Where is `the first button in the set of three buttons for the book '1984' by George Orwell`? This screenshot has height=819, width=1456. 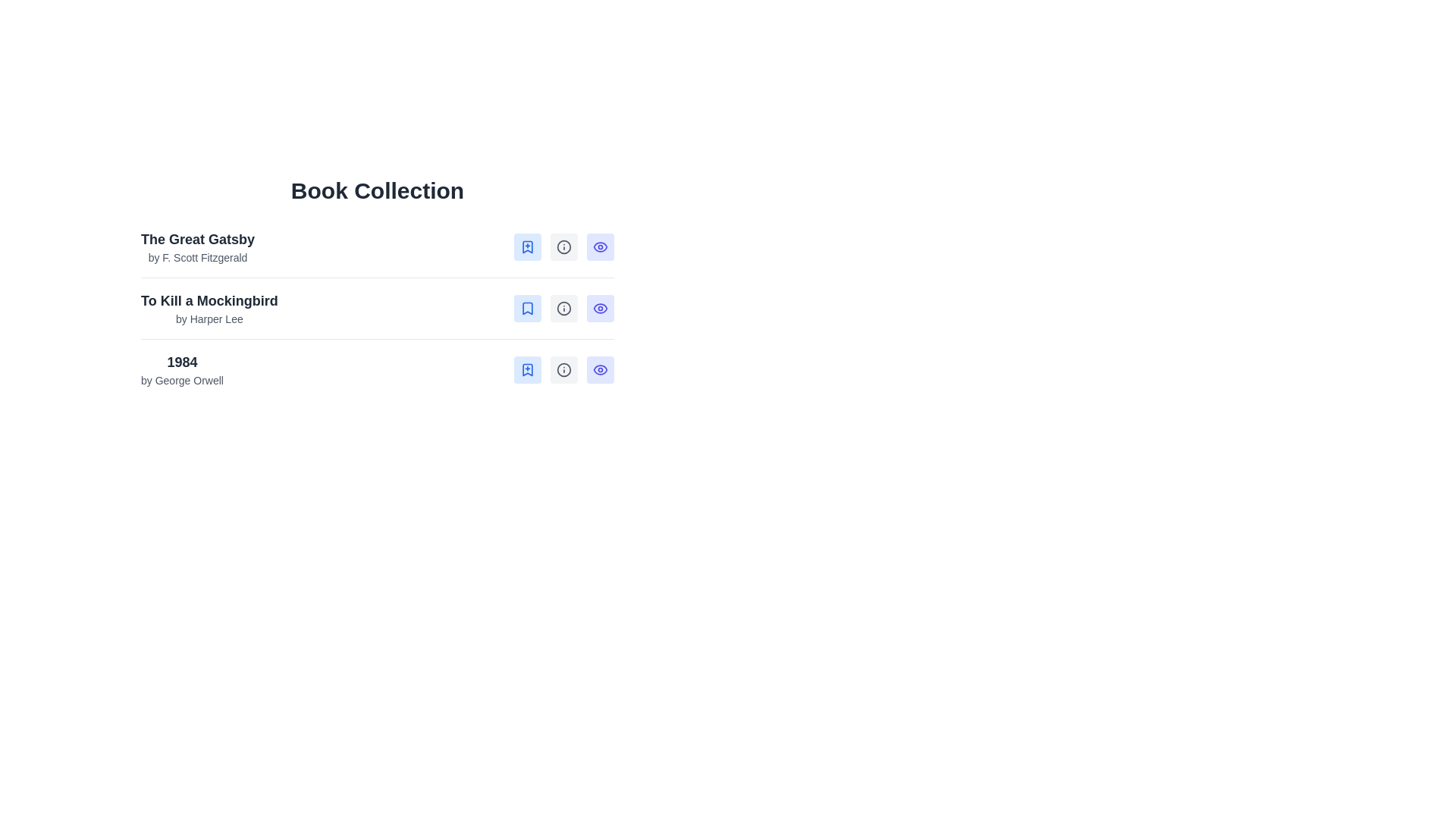
the first button in the set of three buttons for the book '1984' by George Orwell is located at coordinates (528, 370).